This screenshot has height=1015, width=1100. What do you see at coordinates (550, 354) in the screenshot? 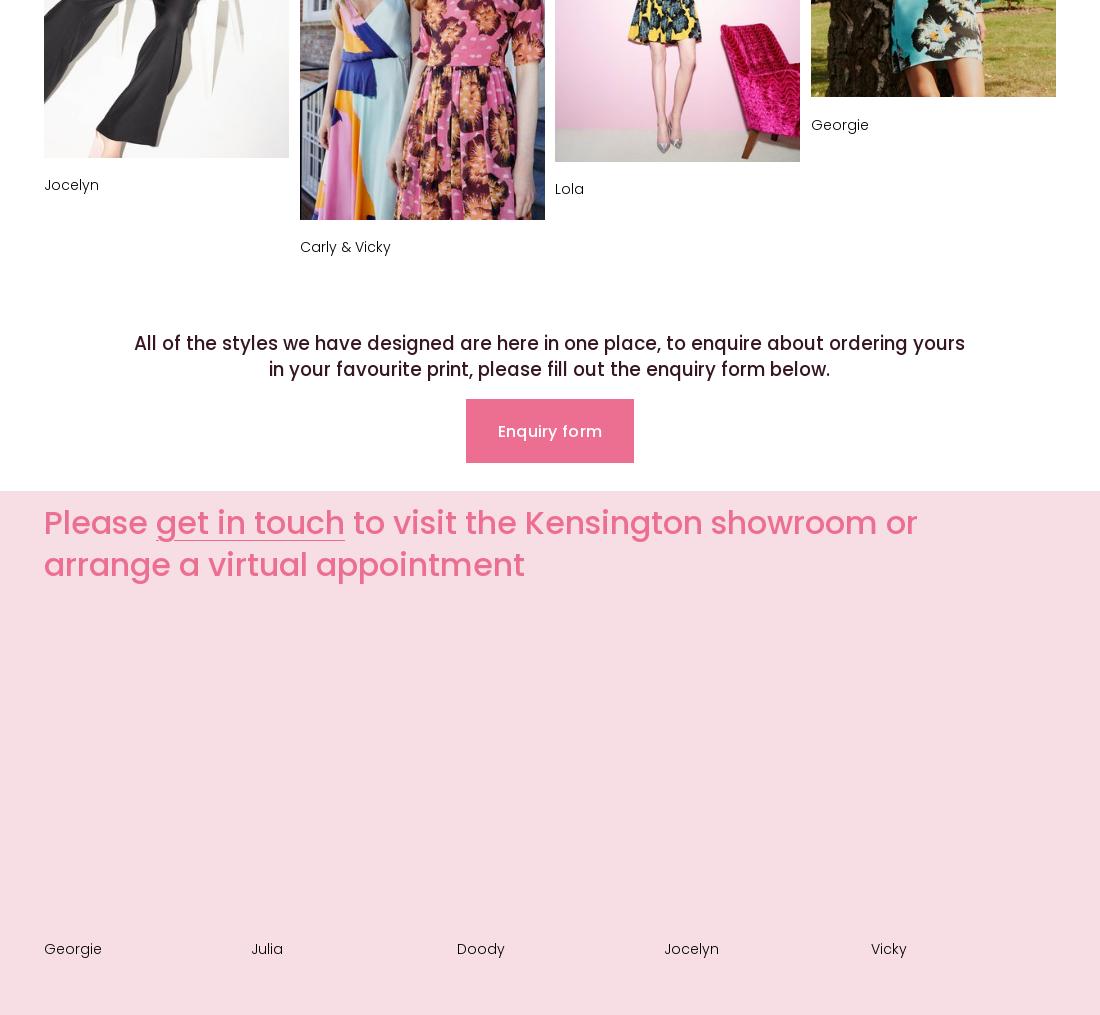
I see `'All of the styles we have designed are here in one place, to enquire about ordering yours in your favourite print, please fill out the enquiry form below.'` at bounding box center [550, 354].